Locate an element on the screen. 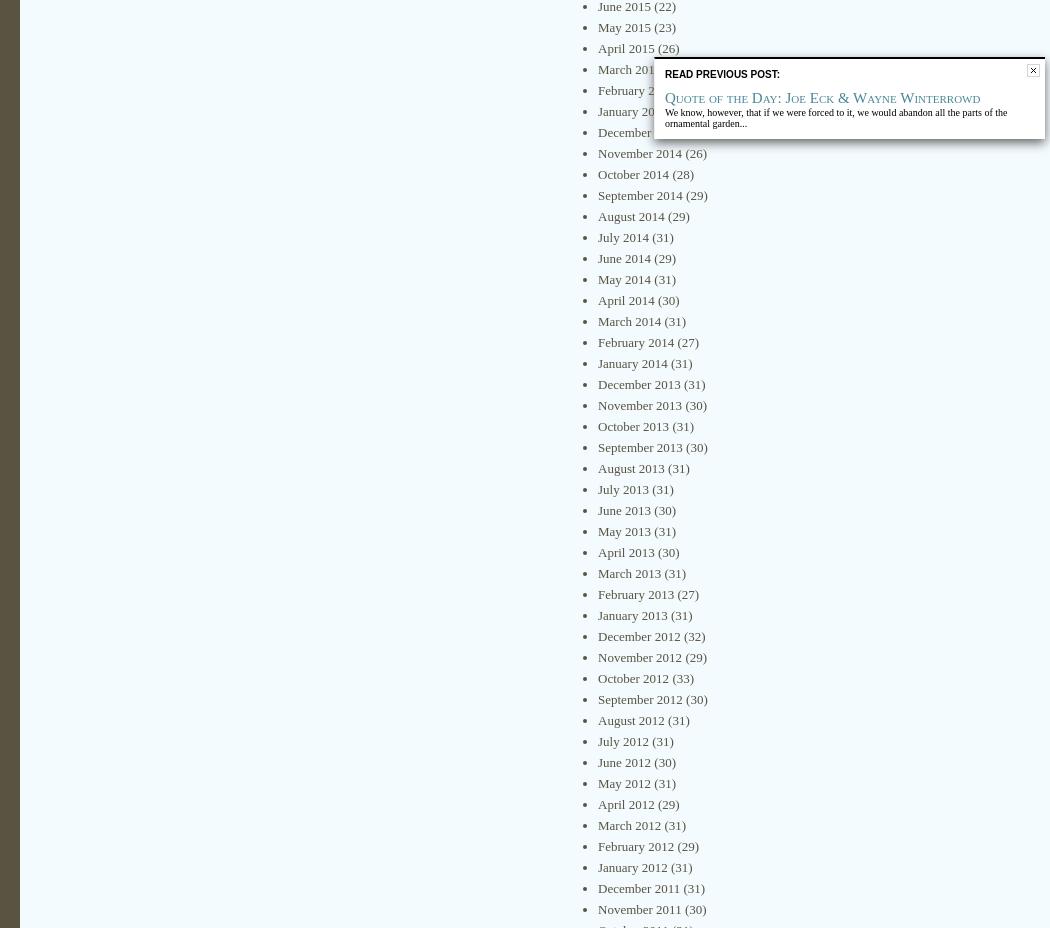  '(28)' is located at coordinates (667, 174).